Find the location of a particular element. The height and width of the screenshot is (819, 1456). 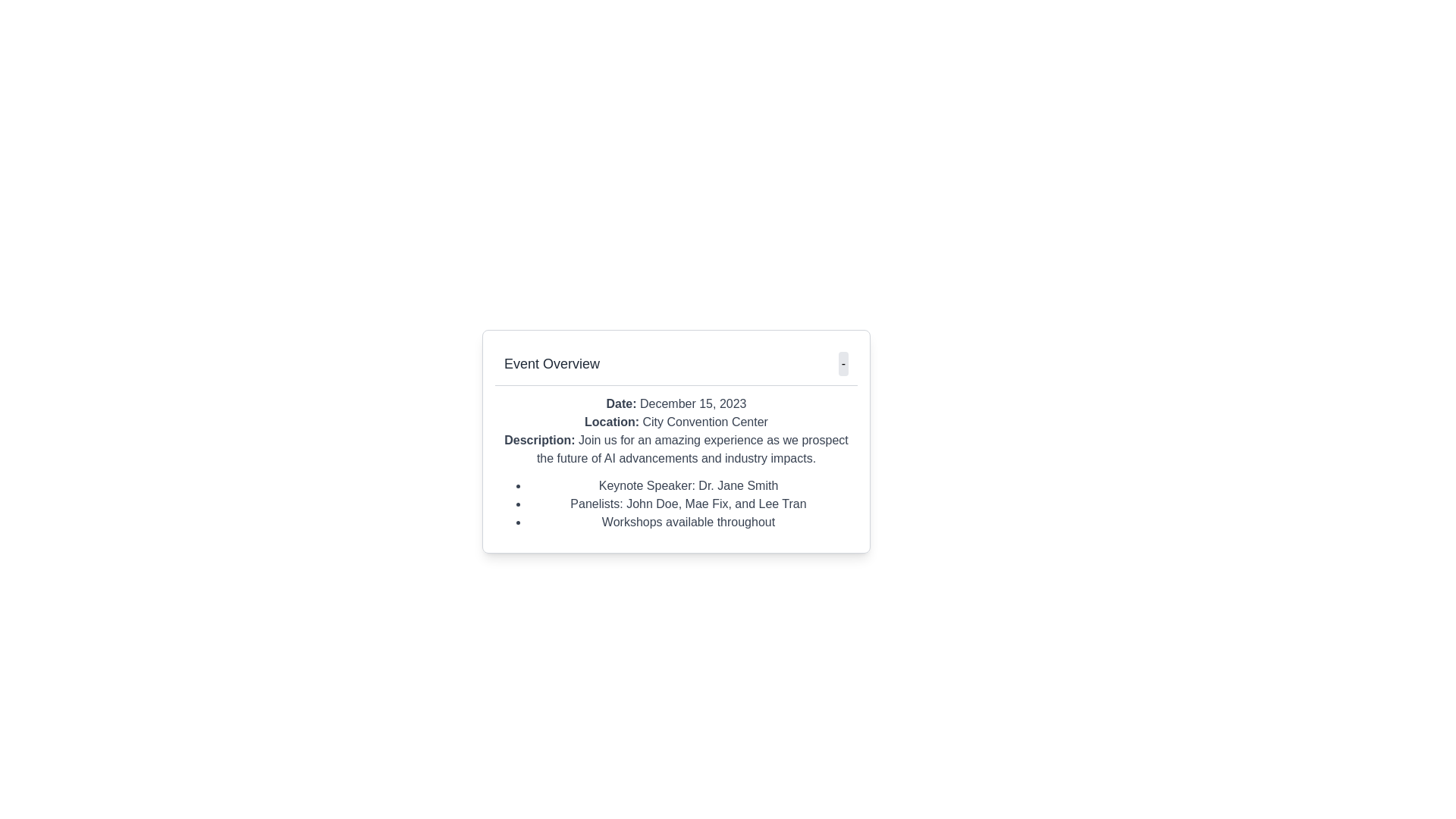

the descriptive text element that provides information about the availability of workshops in the Event Overview section is located at coordinates (687, 522).